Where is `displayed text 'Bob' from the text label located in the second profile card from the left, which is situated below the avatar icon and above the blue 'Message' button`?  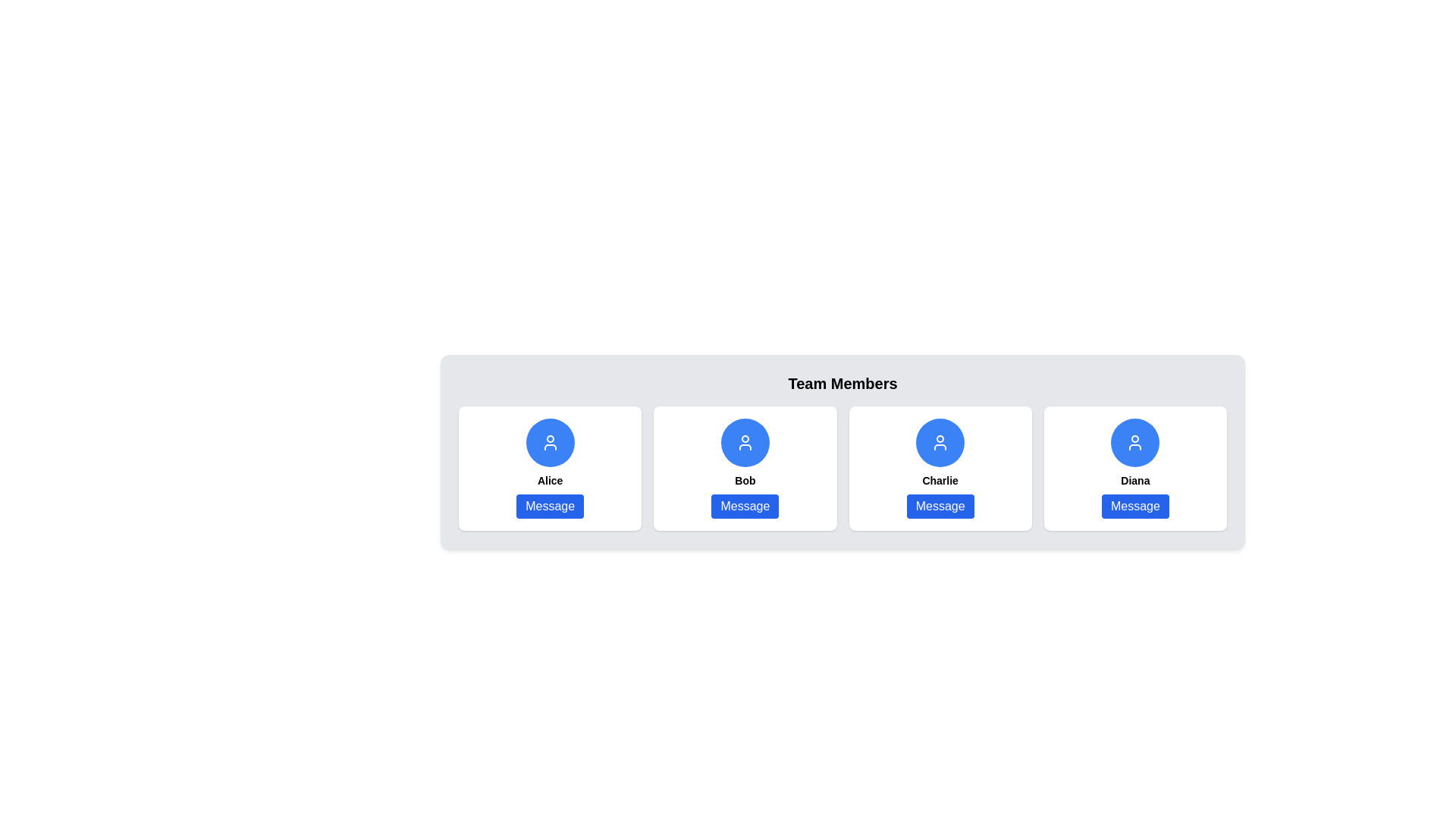 displayed text 'Bob' from the text label located in the second profile card from the left, which is situated below the avatar icon and above the blue 'Message' button is located at coordinates (745, 480).